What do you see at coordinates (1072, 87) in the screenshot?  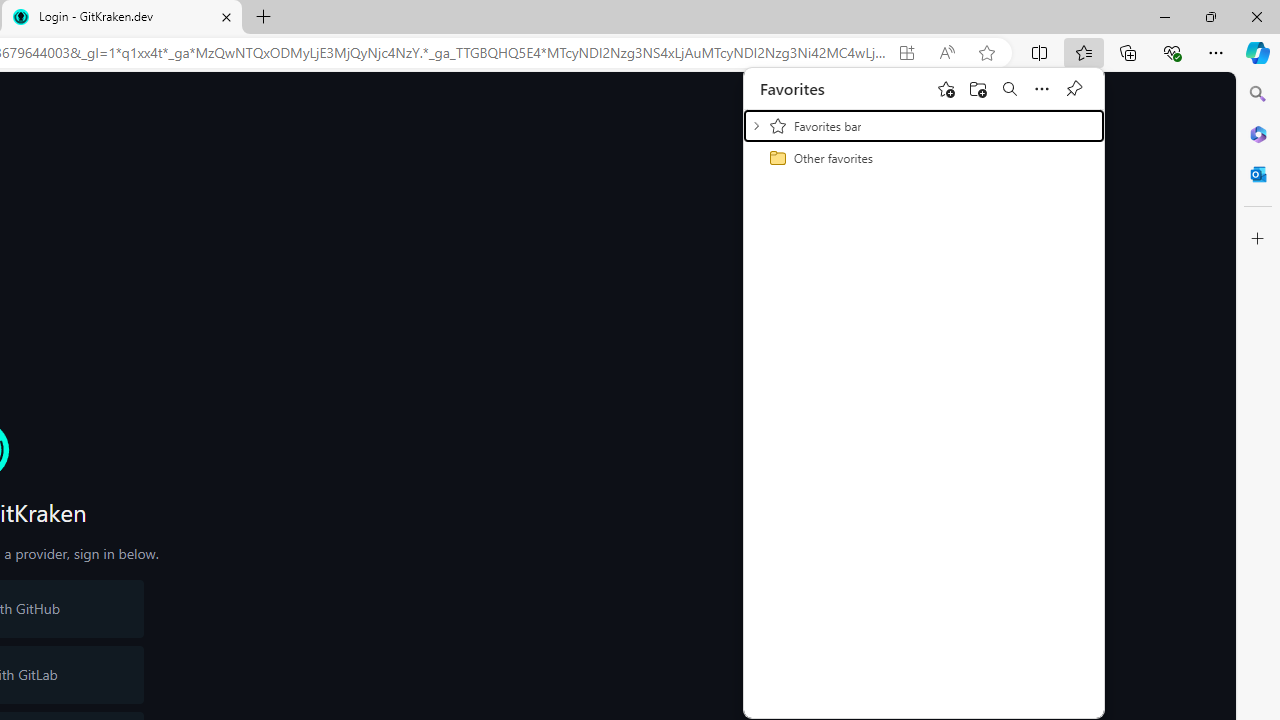 I see `'Pin favorites'` at bounding box center [1072, 87].